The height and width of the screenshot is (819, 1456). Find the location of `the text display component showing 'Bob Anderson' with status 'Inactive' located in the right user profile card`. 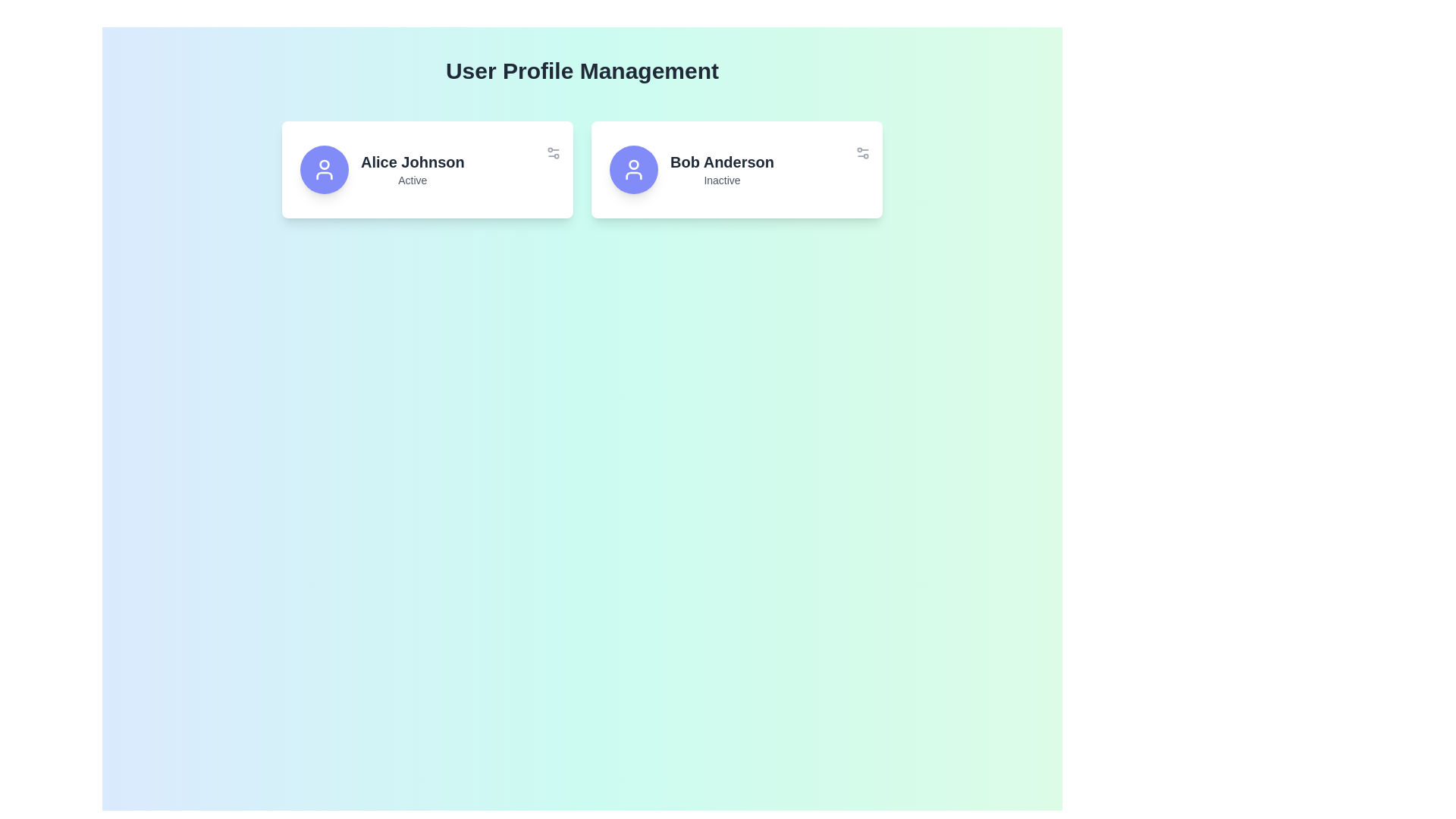

the text display component showing 'Bob Anderson' with status 'Inactive' located in the right user profile card is located at coordinates (721, 169).